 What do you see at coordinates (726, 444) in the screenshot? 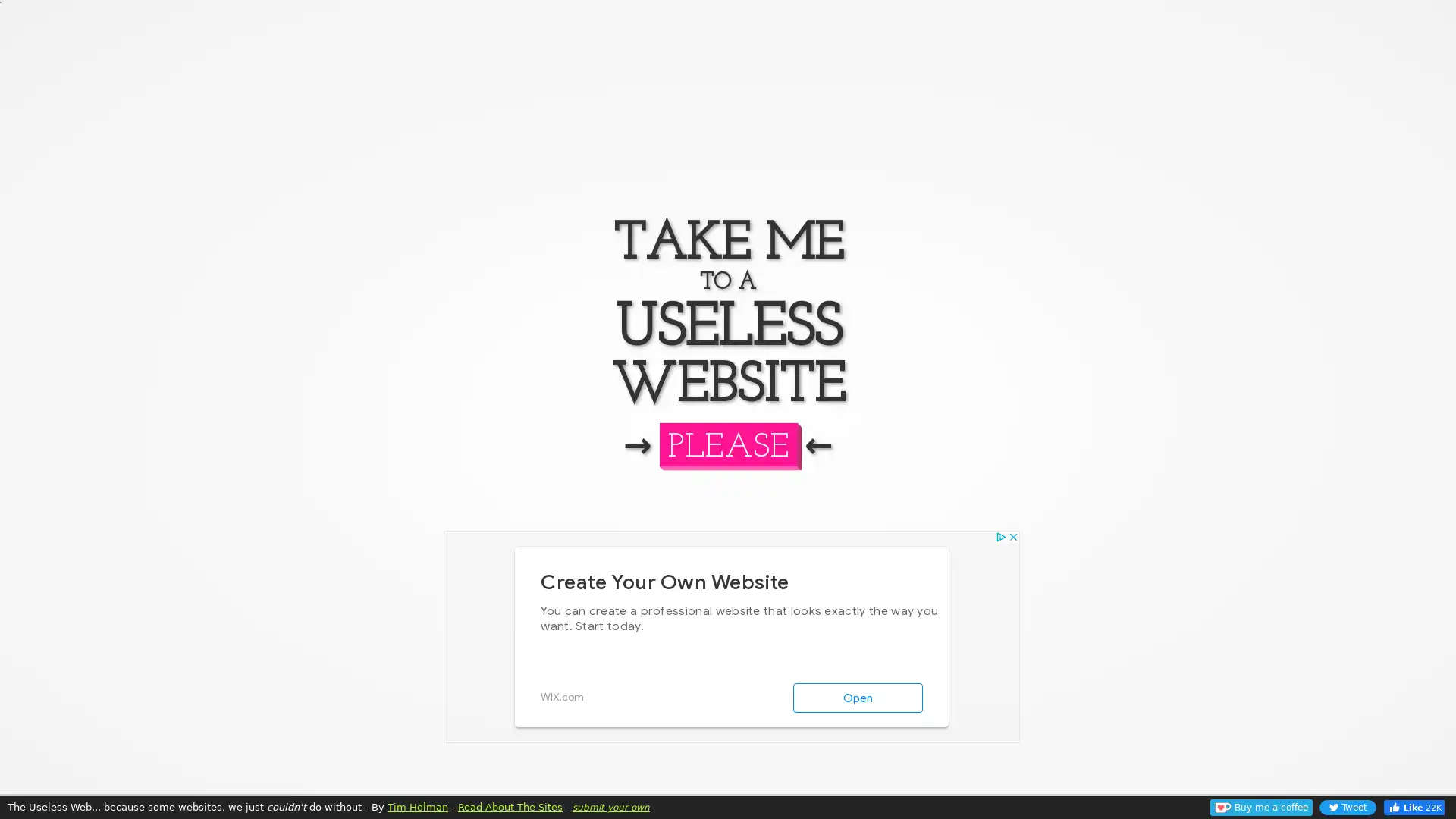
I see `PLEASE` at bounding box center [726, 444].